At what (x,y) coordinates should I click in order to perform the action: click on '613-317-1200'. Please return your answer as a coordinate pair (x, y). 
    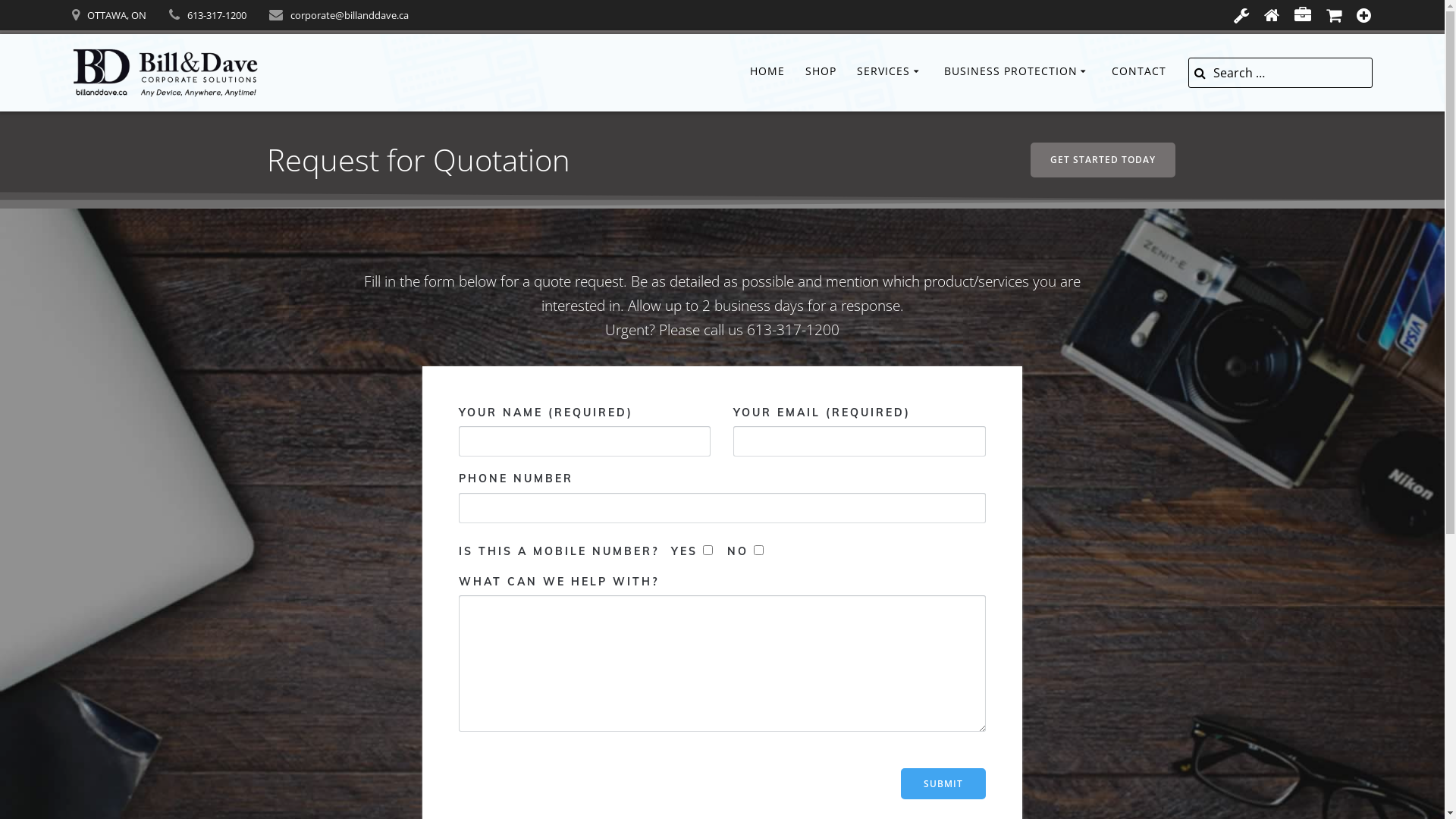
    Looking at the image, I should click on (216, 14).